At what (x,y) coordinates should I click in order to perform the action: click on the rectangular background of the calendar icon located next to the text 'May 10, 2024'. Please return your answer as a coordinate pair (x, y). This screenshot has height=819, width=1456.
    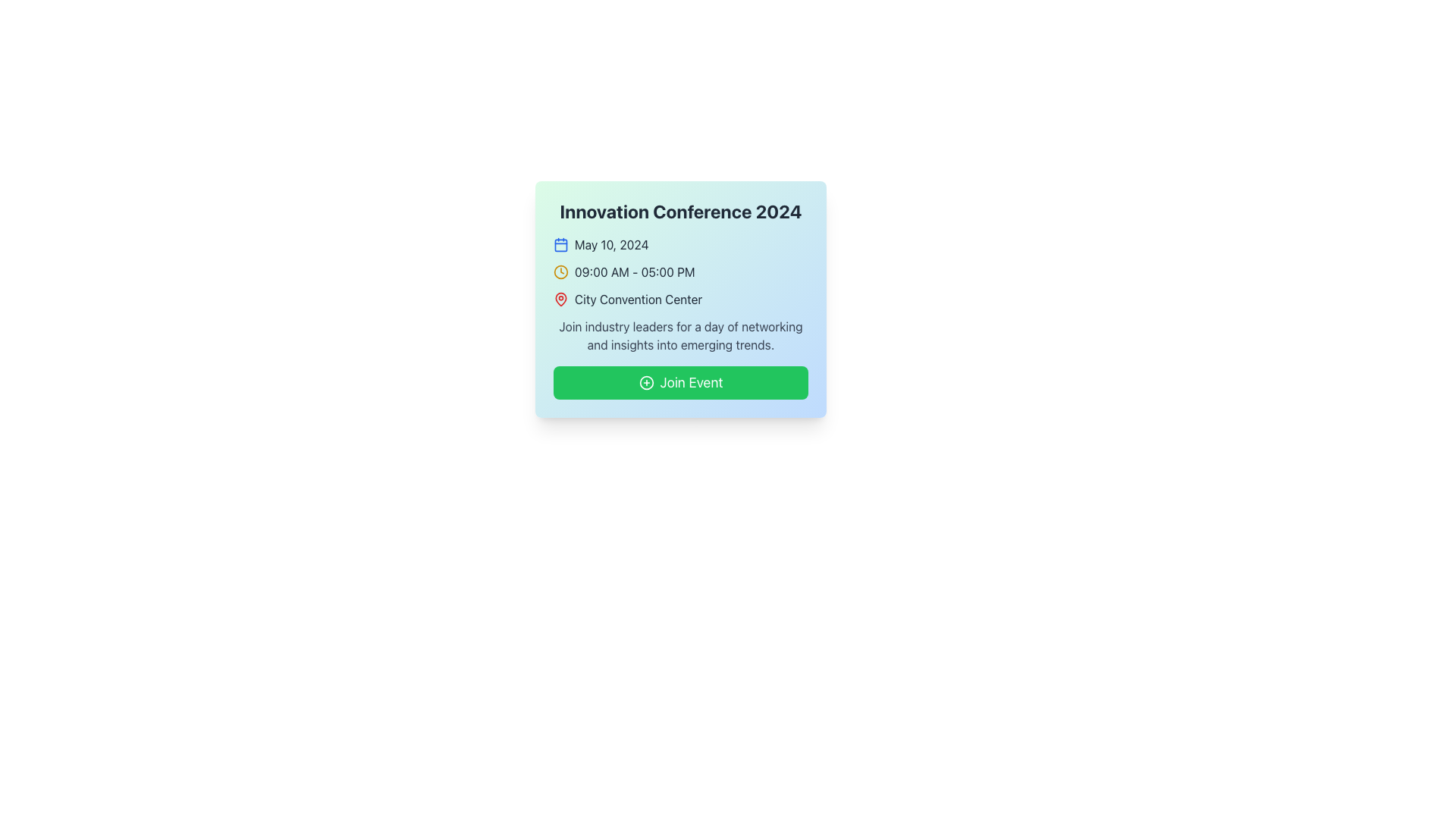
    Looking at the image, I should click on (560, 244).